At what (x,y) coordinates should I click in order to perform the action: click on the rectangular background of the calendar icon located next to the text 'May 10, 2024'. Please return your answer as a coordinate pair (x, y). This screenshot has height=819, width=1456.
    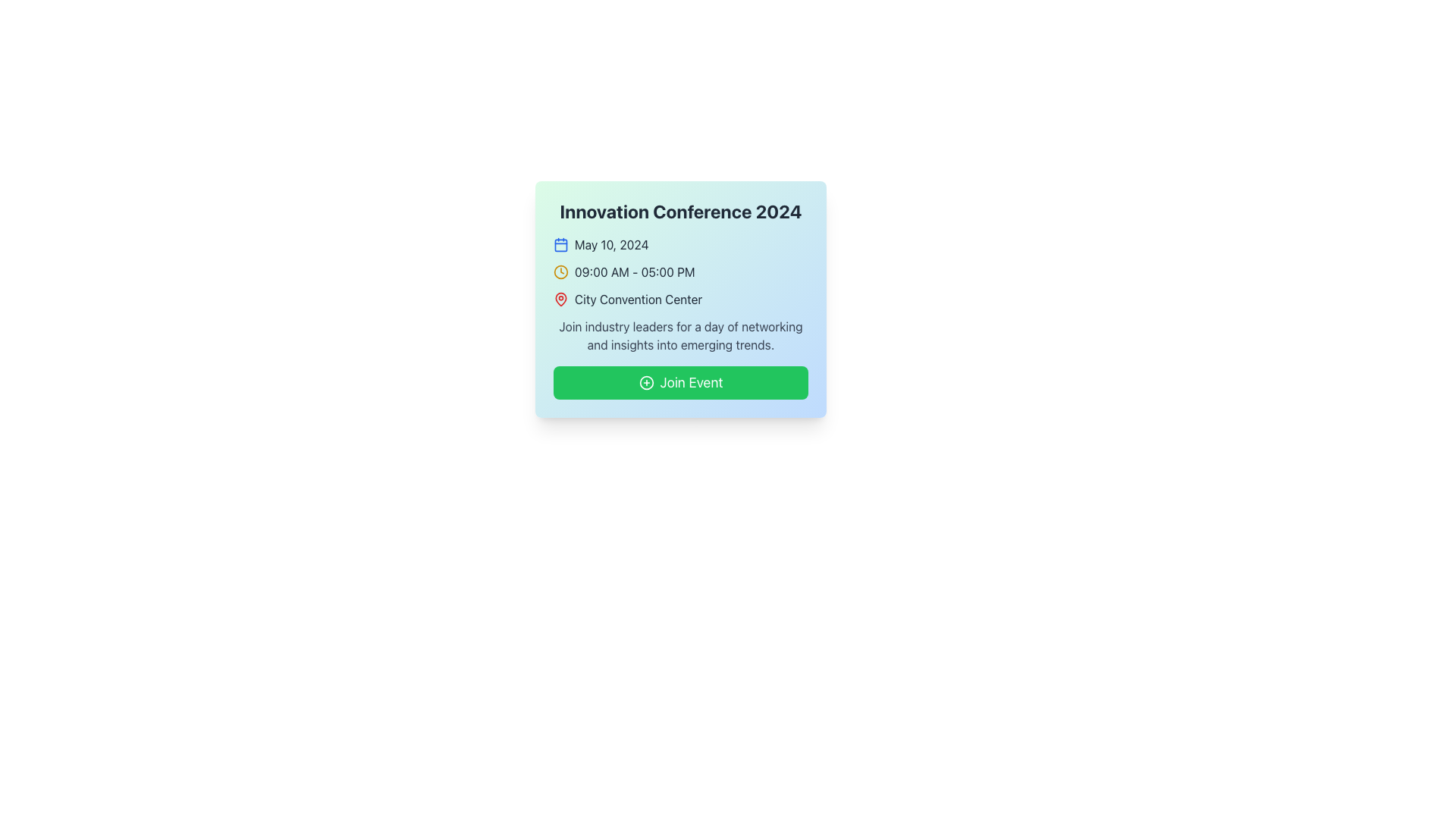
    Looking at the image, I should click on (560, 244).